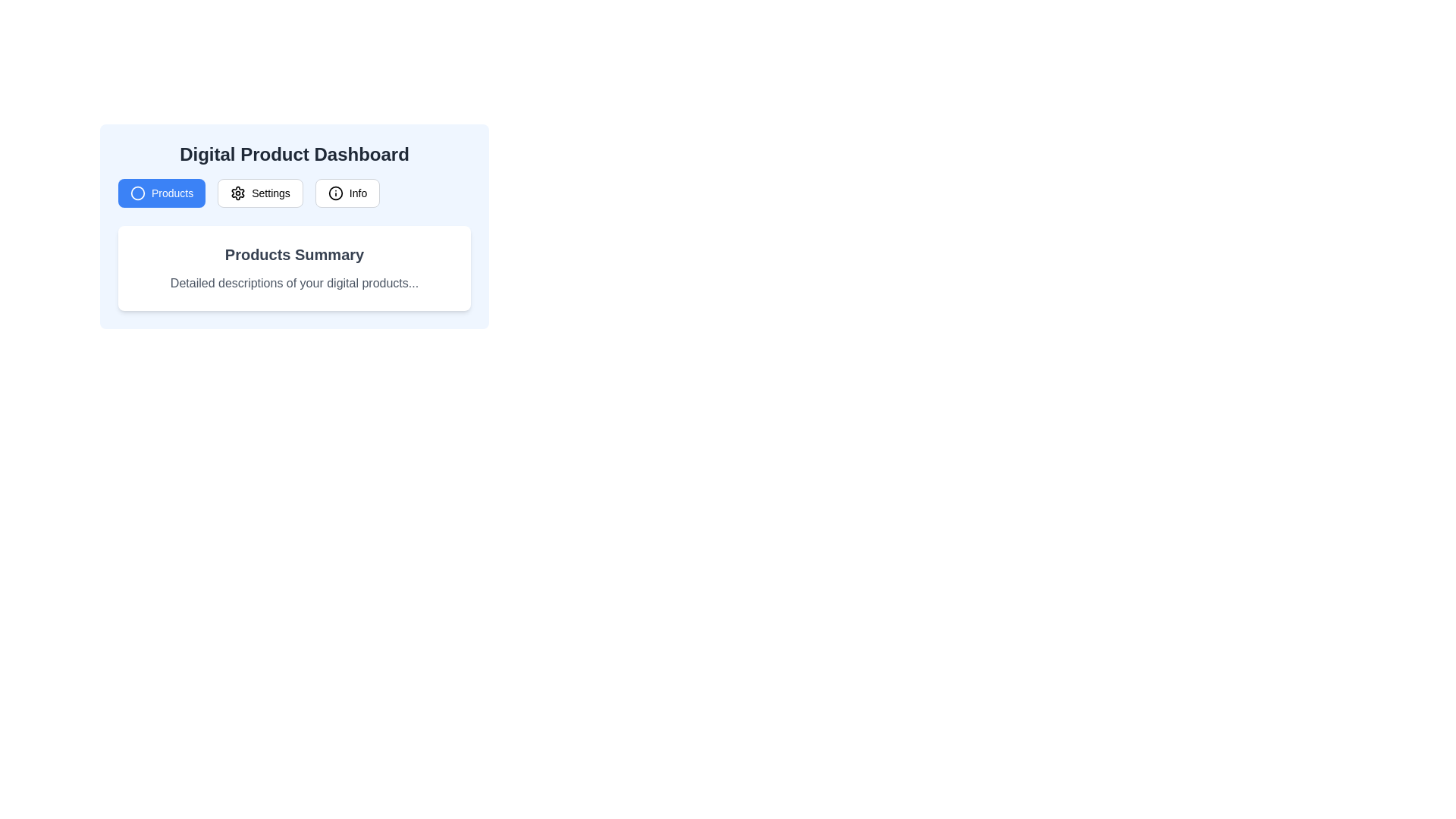  What do you see at coordinates (162, 192) in the screenshot?
I see `the 'Products' button, which is a rectangular button with rounded corners, a blue background, and the text 'Products' in white font` at bounding box center [162, 192].